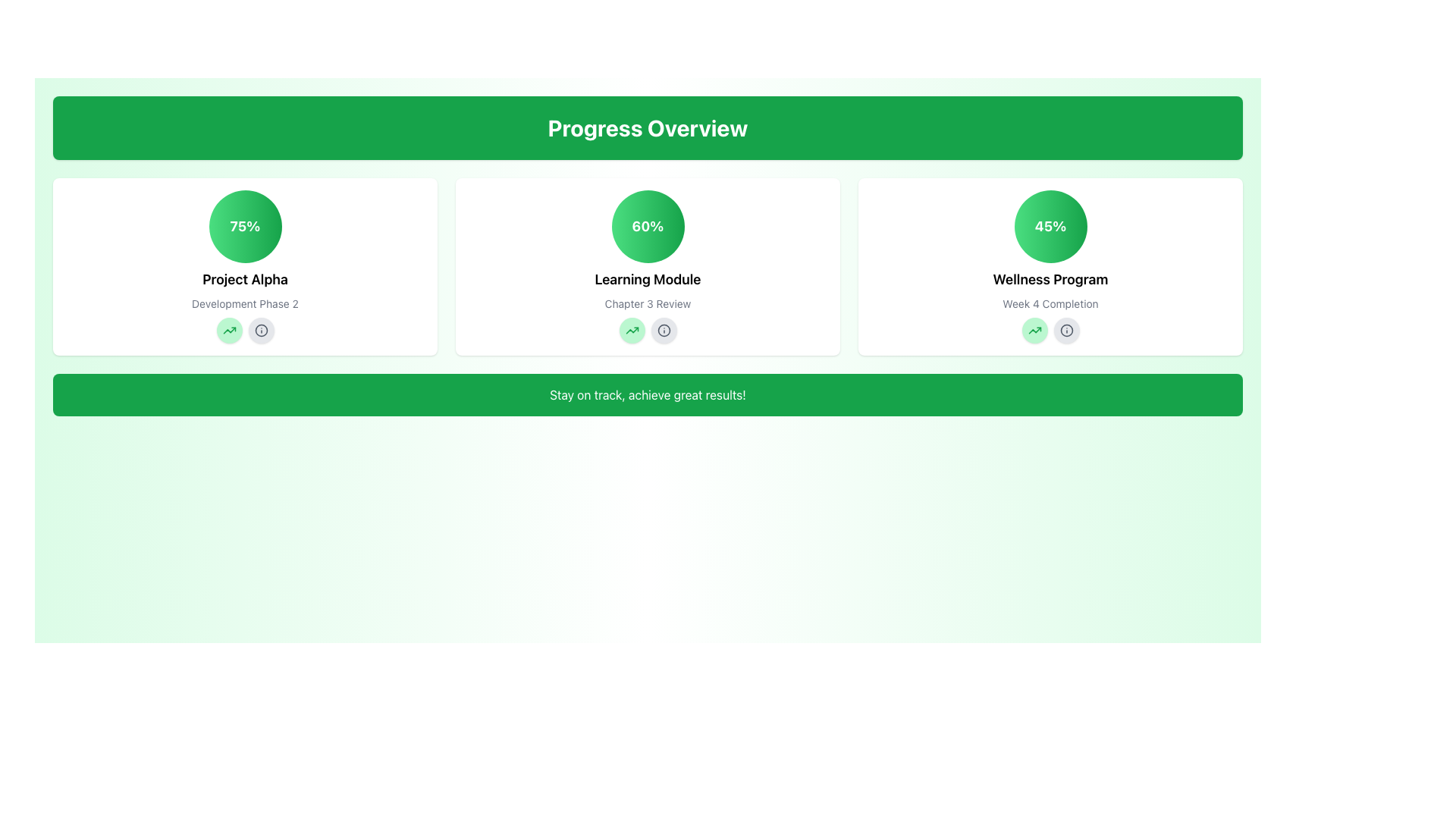 Image resolution: width=1456 pixels, height=819 pixels. What do you see at coordinates (1065, 329) in the screenshot?
I see `the informational button located` at bounding box center [1065, 329].